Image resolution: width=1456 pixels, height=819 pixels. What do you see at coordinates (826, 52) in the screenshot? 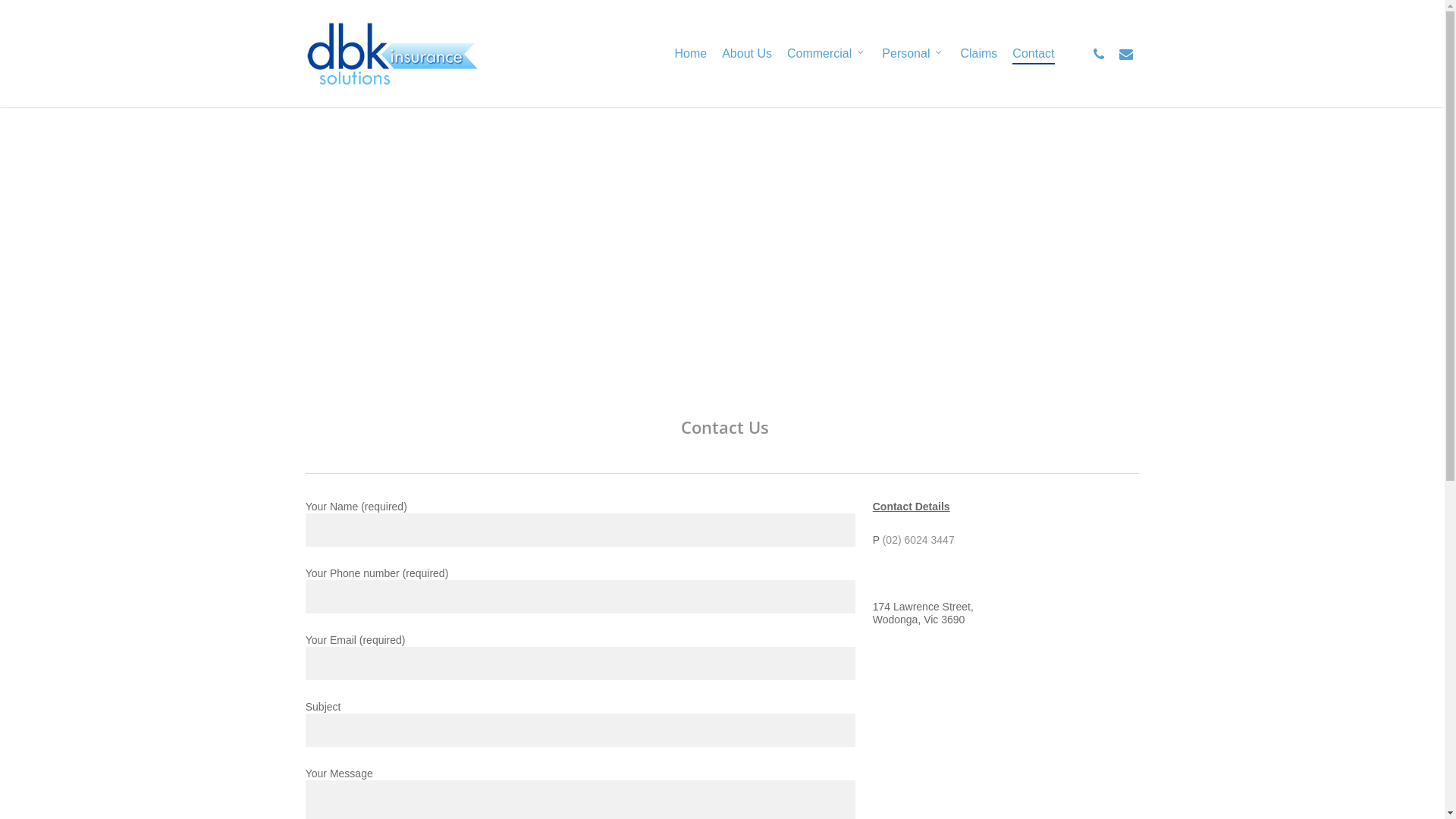
I see `'Commercial'` at bounding box center [826, 52].